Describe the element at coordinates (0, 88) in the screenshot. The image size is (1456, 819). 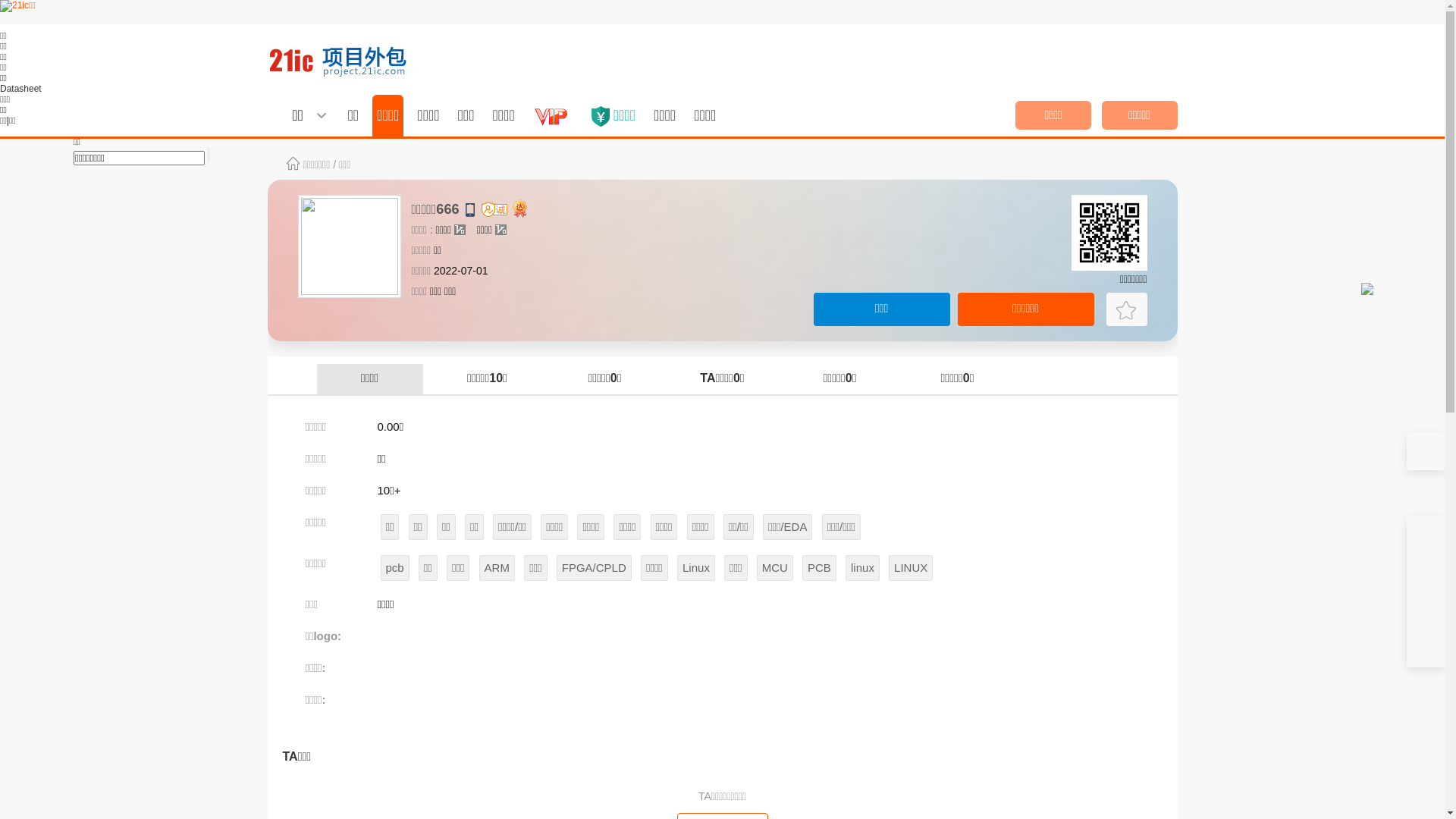
I see `'Datasheet'` at that location.